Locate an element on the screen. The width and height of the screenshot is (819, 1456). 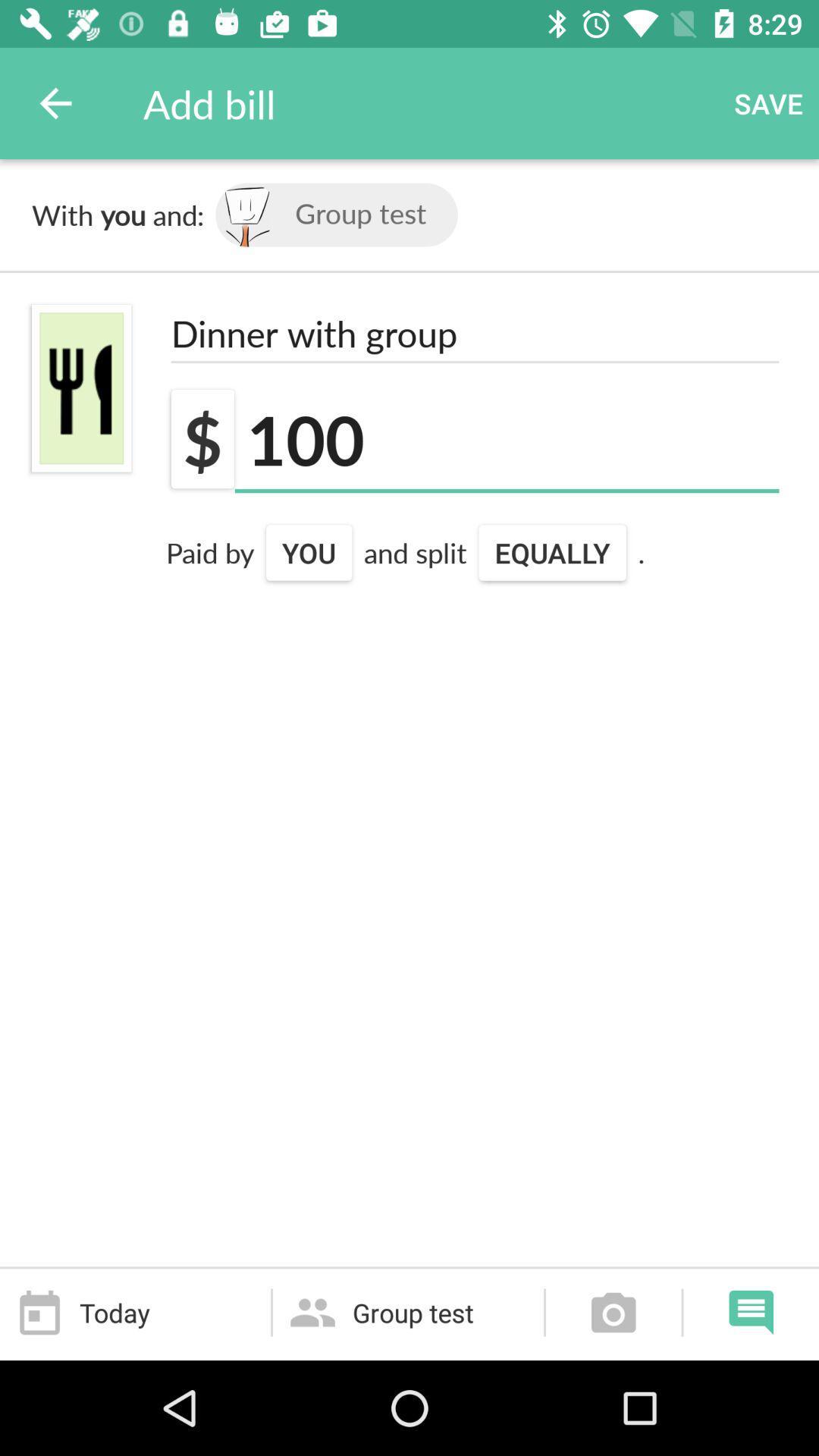
the photo icon is located at coordinates (613, 1312).